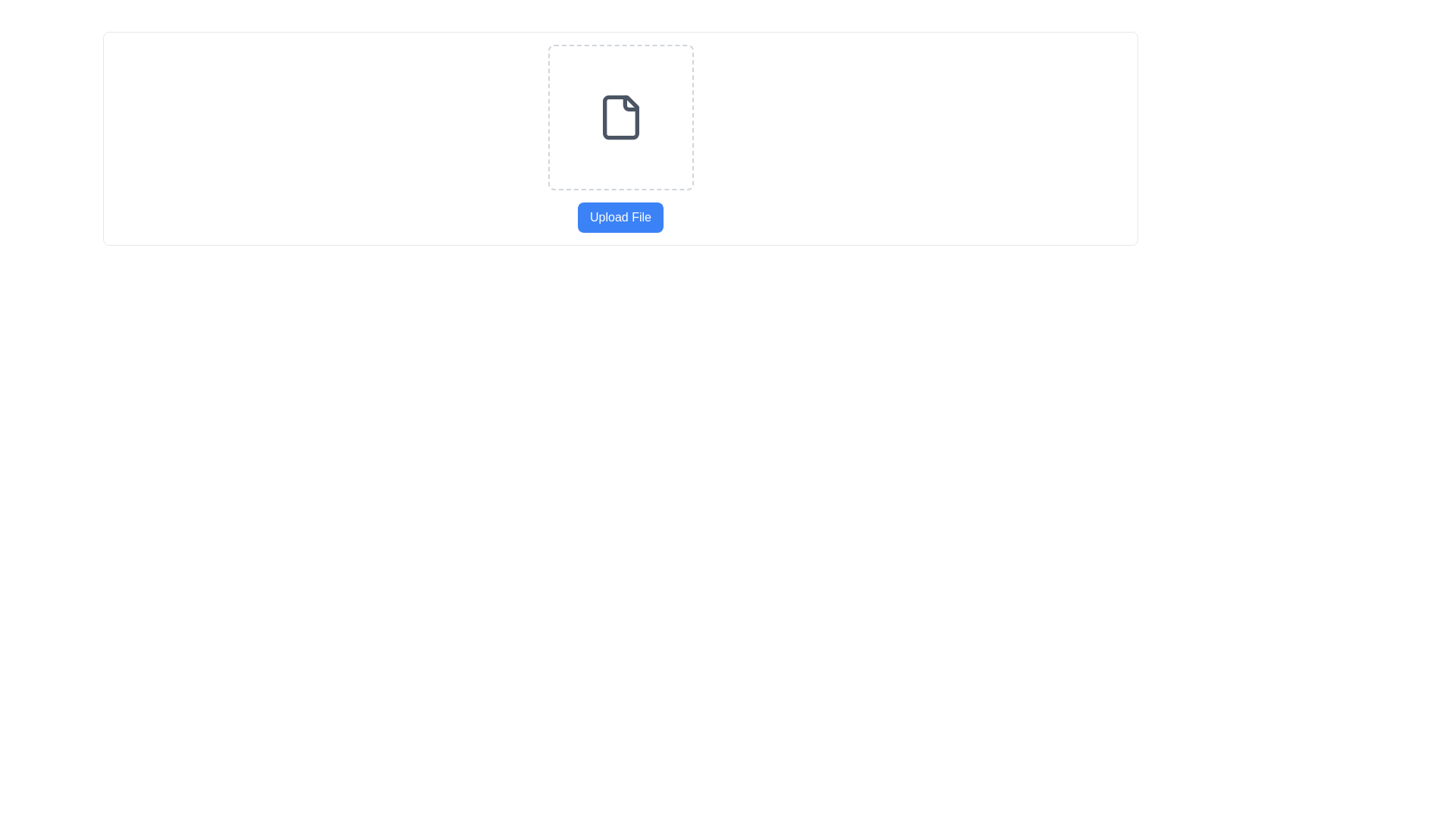 The width and height of the screenshot is (1456, 819). What do you see at coordinates (620, 217) in the screenshot?
I see `the rectangular button labeled 'Upload File' with a blue background` at bounding box center [620, 217].